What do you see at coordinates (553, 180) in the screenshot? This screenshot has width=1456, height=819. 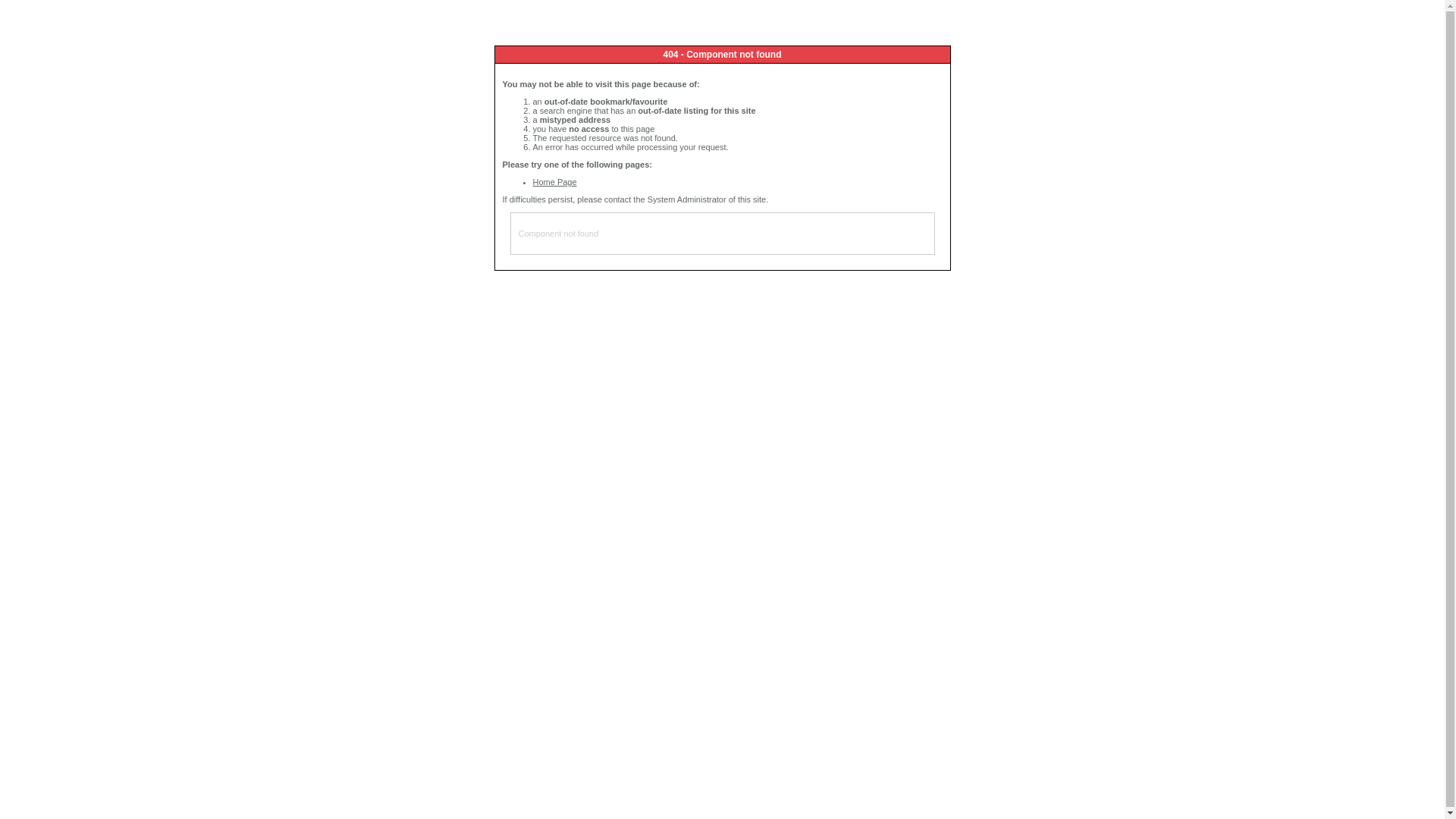 I see `'Home Page'` at bounding box center [553, 180].